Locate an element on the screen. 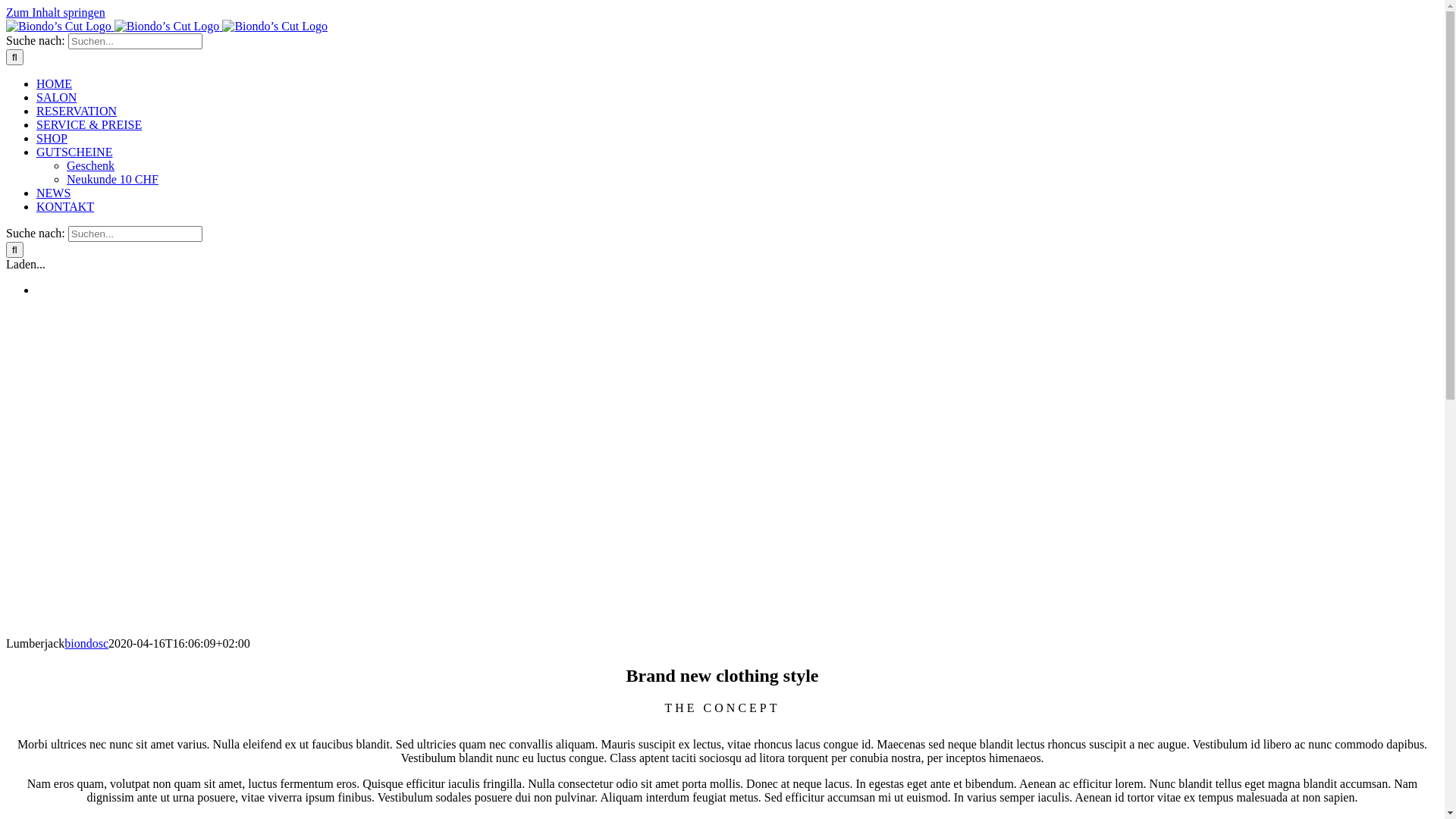 The height and width of the screenshot is (819, 1456). 'SERVICE & PREISE' is located at coordinates (88, 124).